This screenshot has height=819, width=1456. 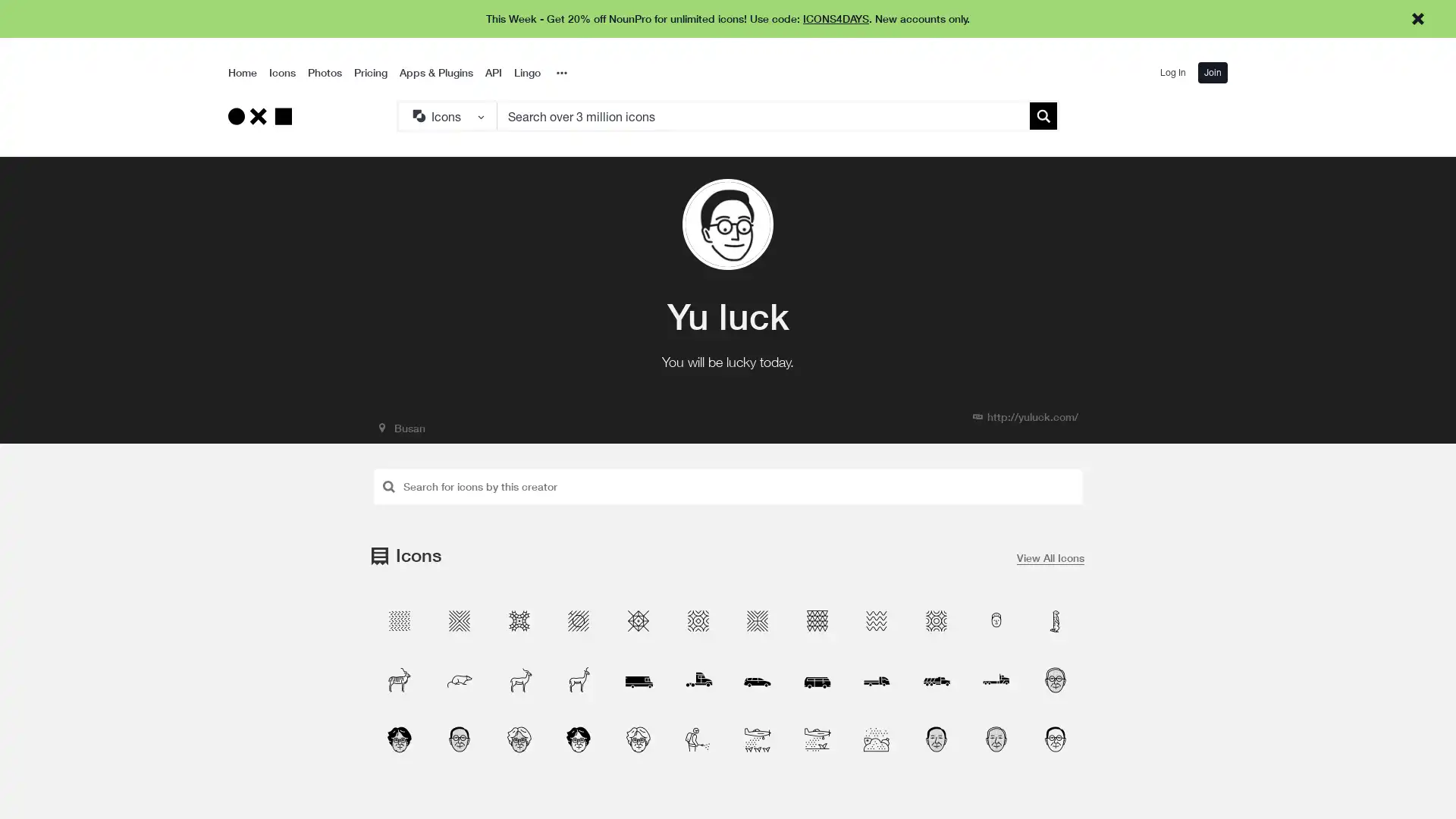 I want to click on Overflow Menu, so click(x=560, y=73).